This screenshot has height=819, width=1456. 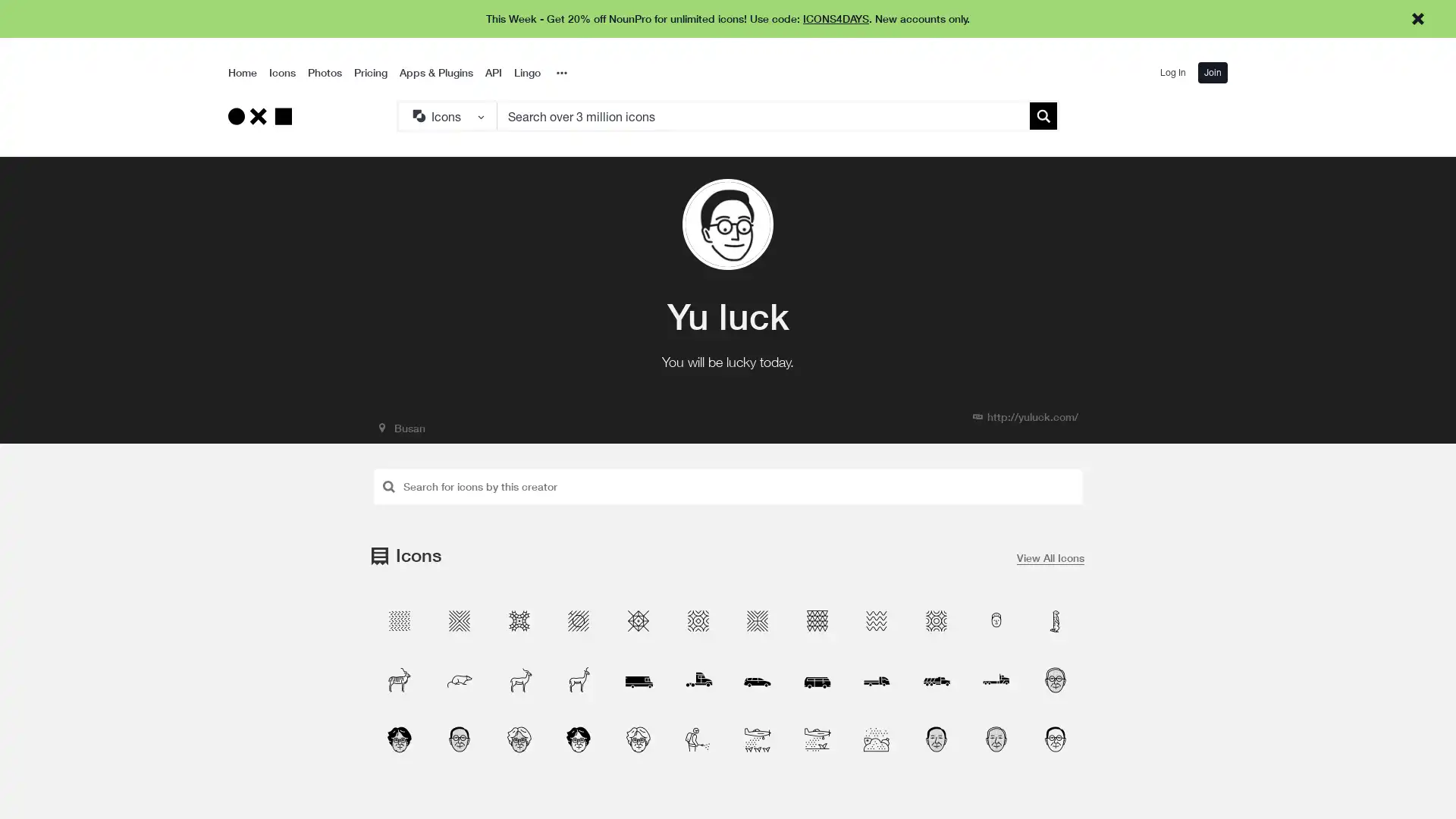 I want to click on Overflow Menu, so click(x=560, y=73).